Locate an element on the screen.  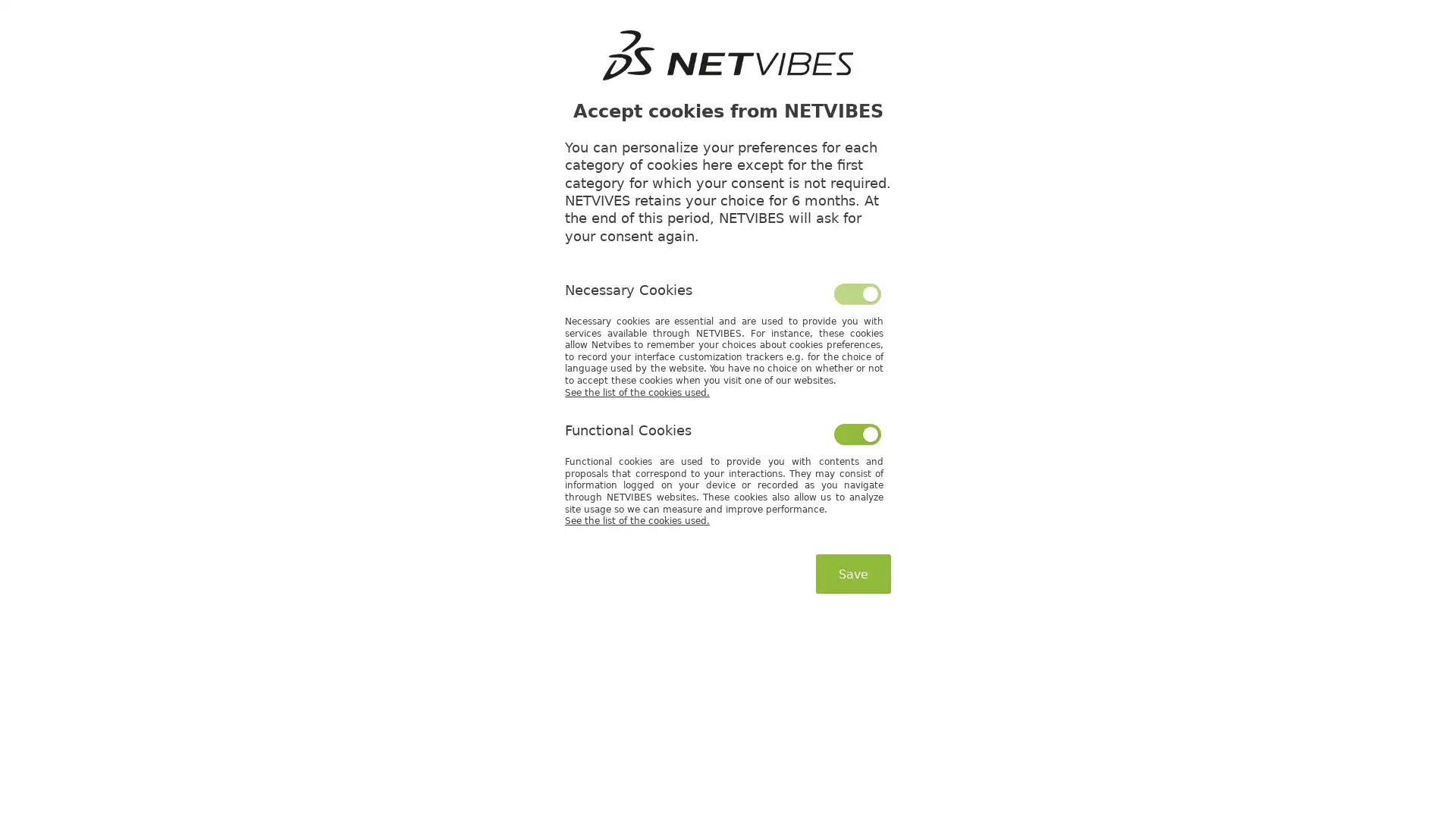
Save is located at coordinates (853, 573).